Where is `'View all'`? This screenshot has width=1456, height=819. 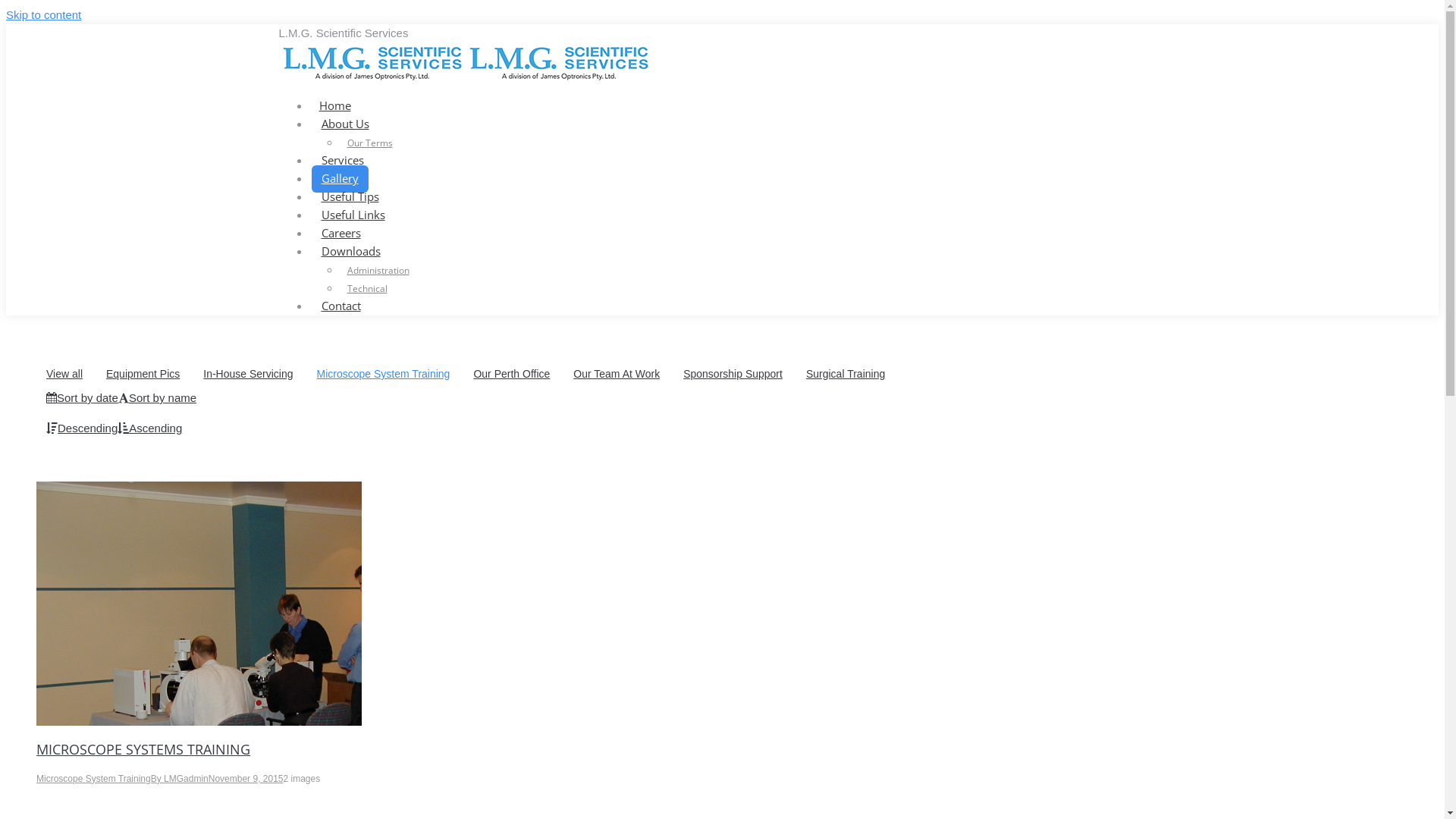
'View all' is located at coordinates (64, 374).